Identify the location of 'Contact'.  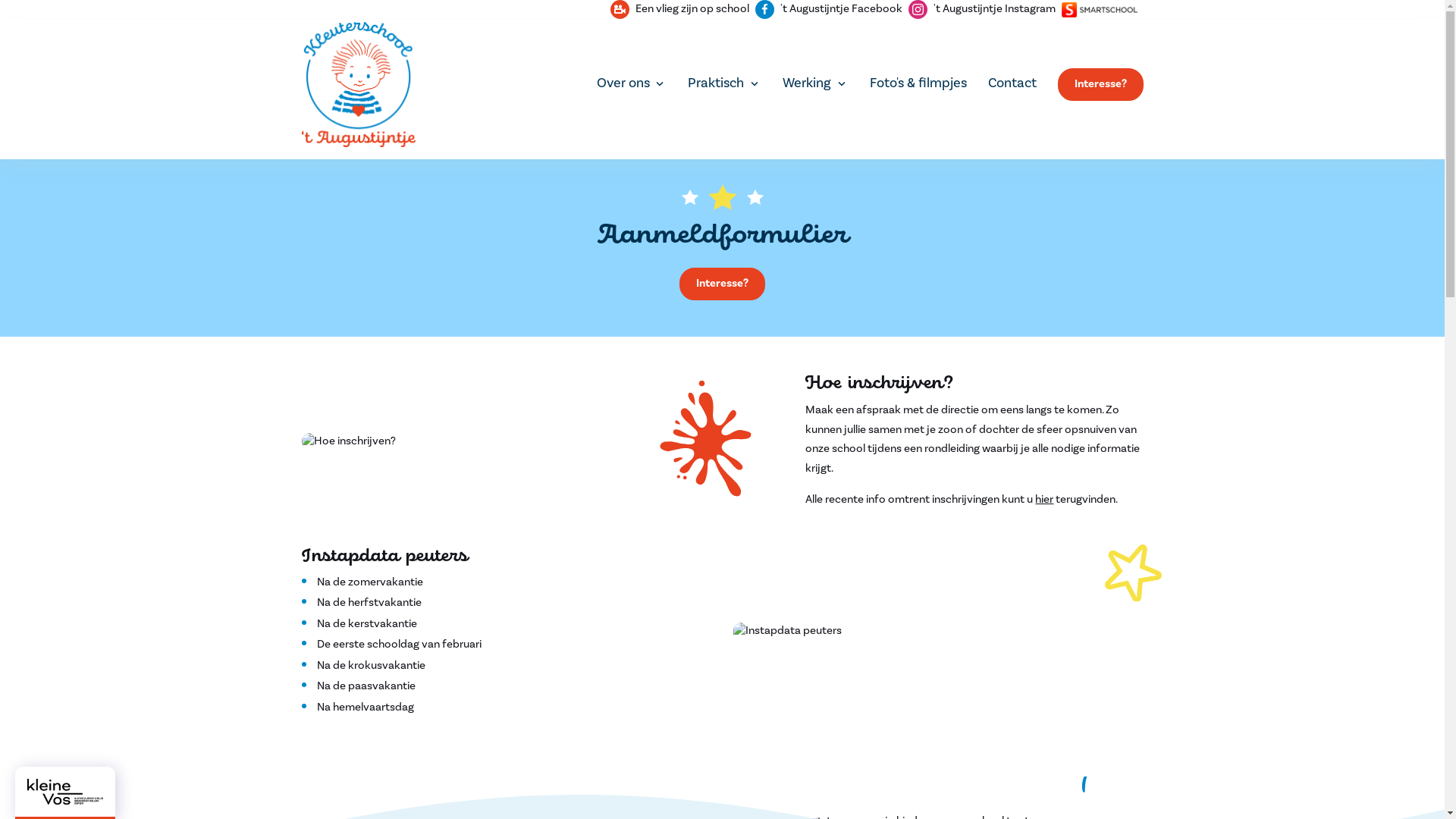
(987, 83).